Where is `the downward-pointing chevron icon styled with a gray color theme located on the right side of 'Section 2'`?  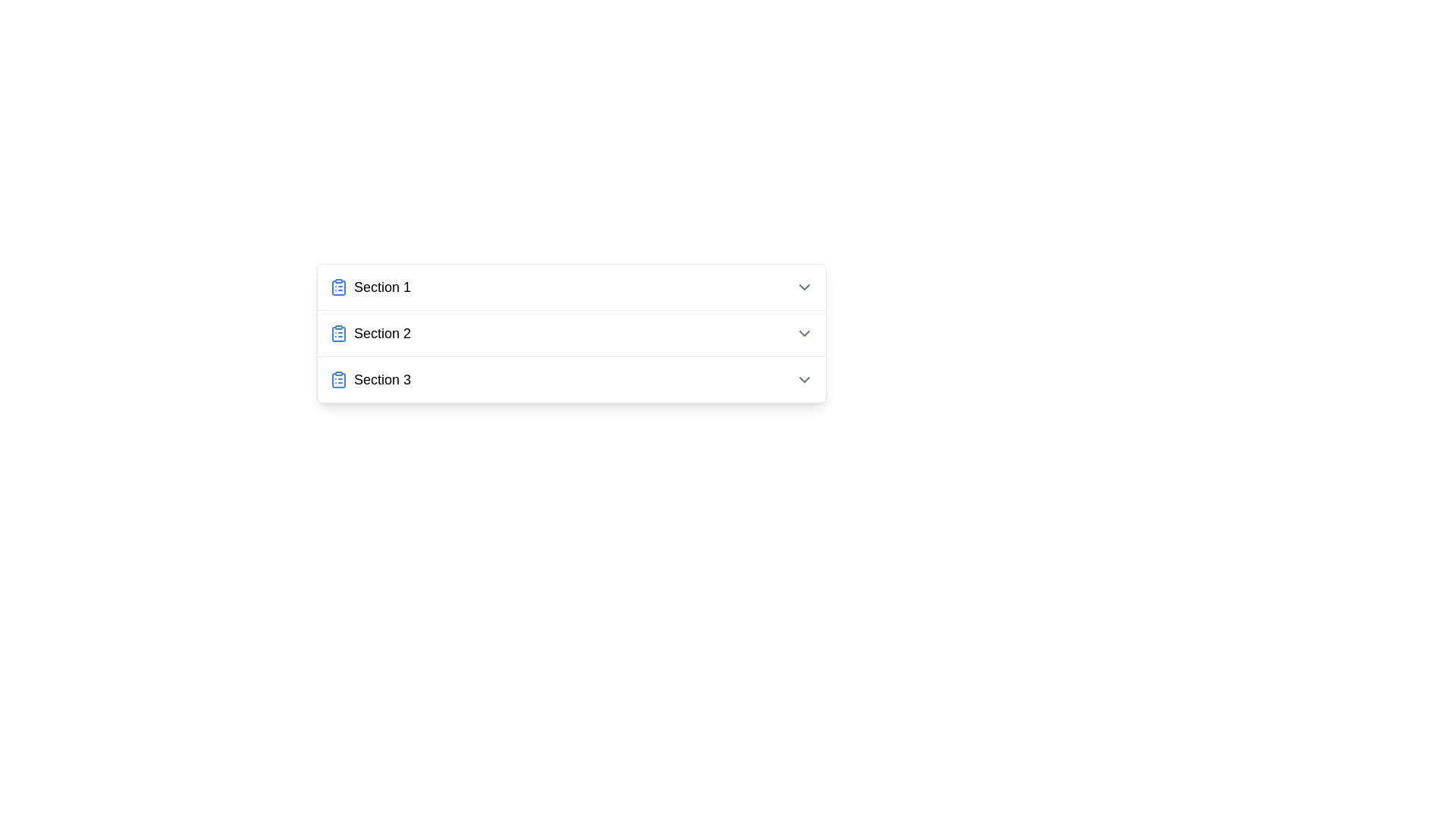 the downward-pointing chevron icon styled with a gray color theme located on the right side of 'Section 2' is located at coordinates (803, 332).